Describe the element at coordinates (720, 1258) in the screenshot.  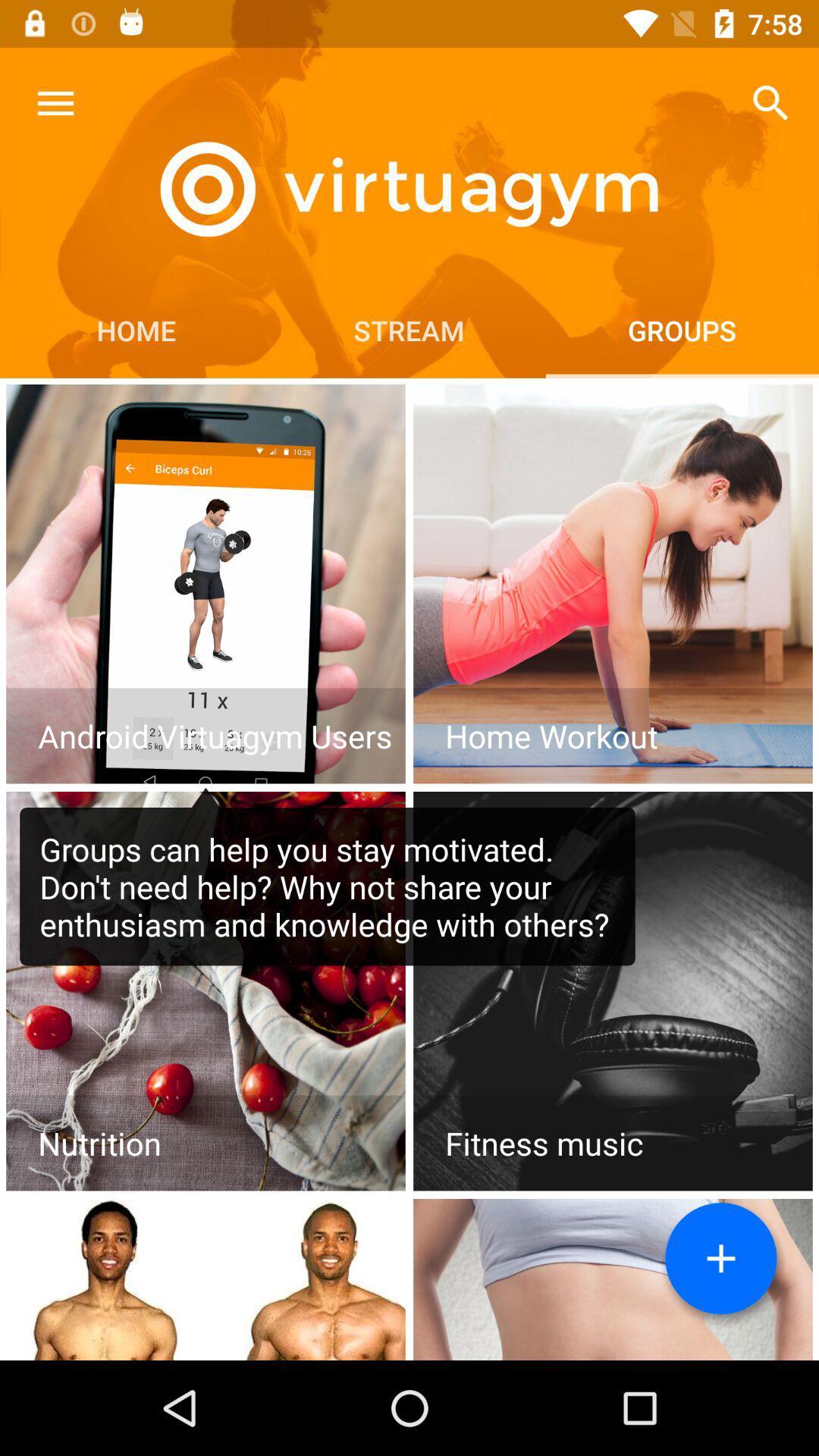
I see `the item below fitness music item` at that location.